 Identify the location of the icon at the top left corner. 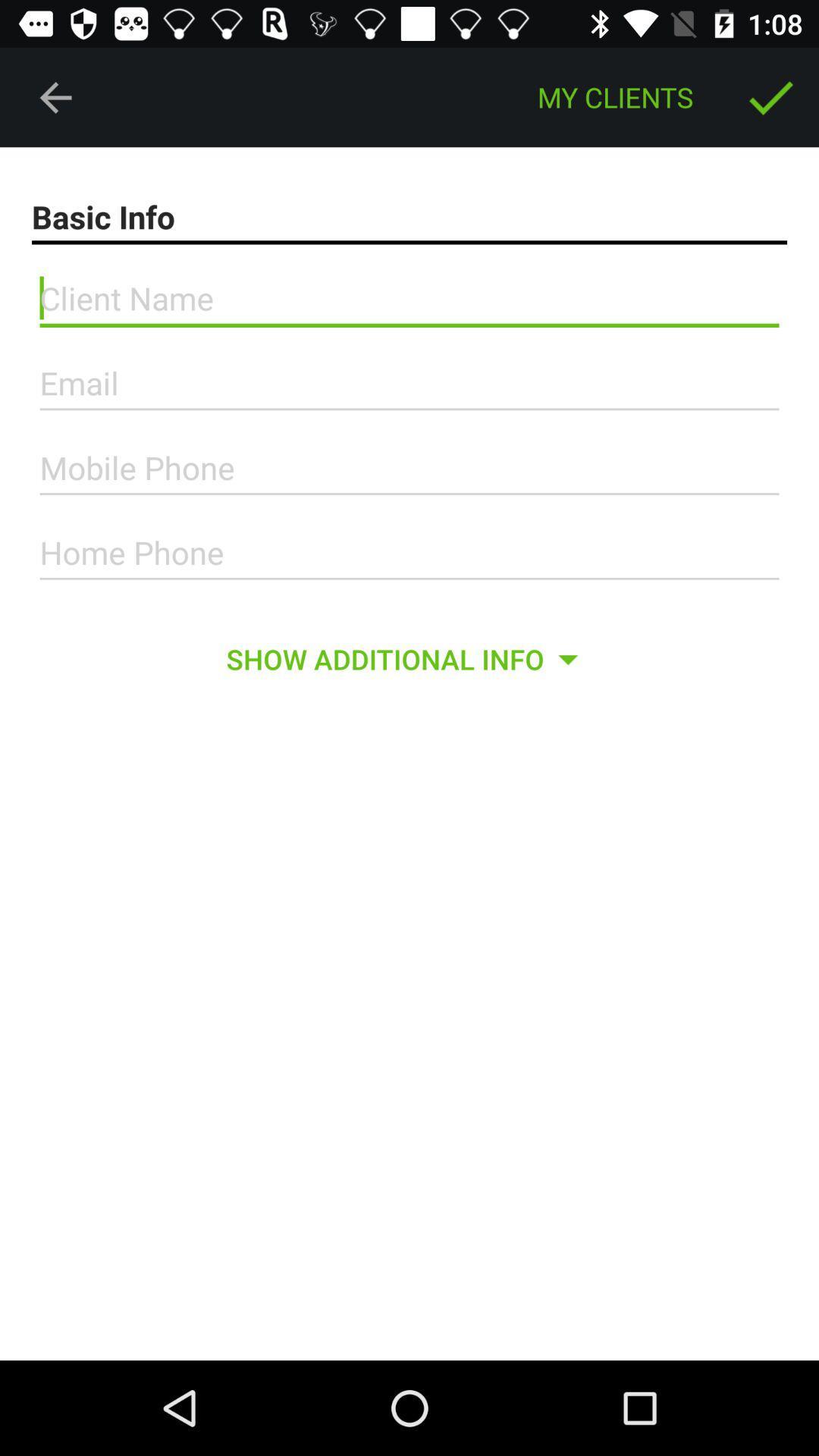
(55, 96).